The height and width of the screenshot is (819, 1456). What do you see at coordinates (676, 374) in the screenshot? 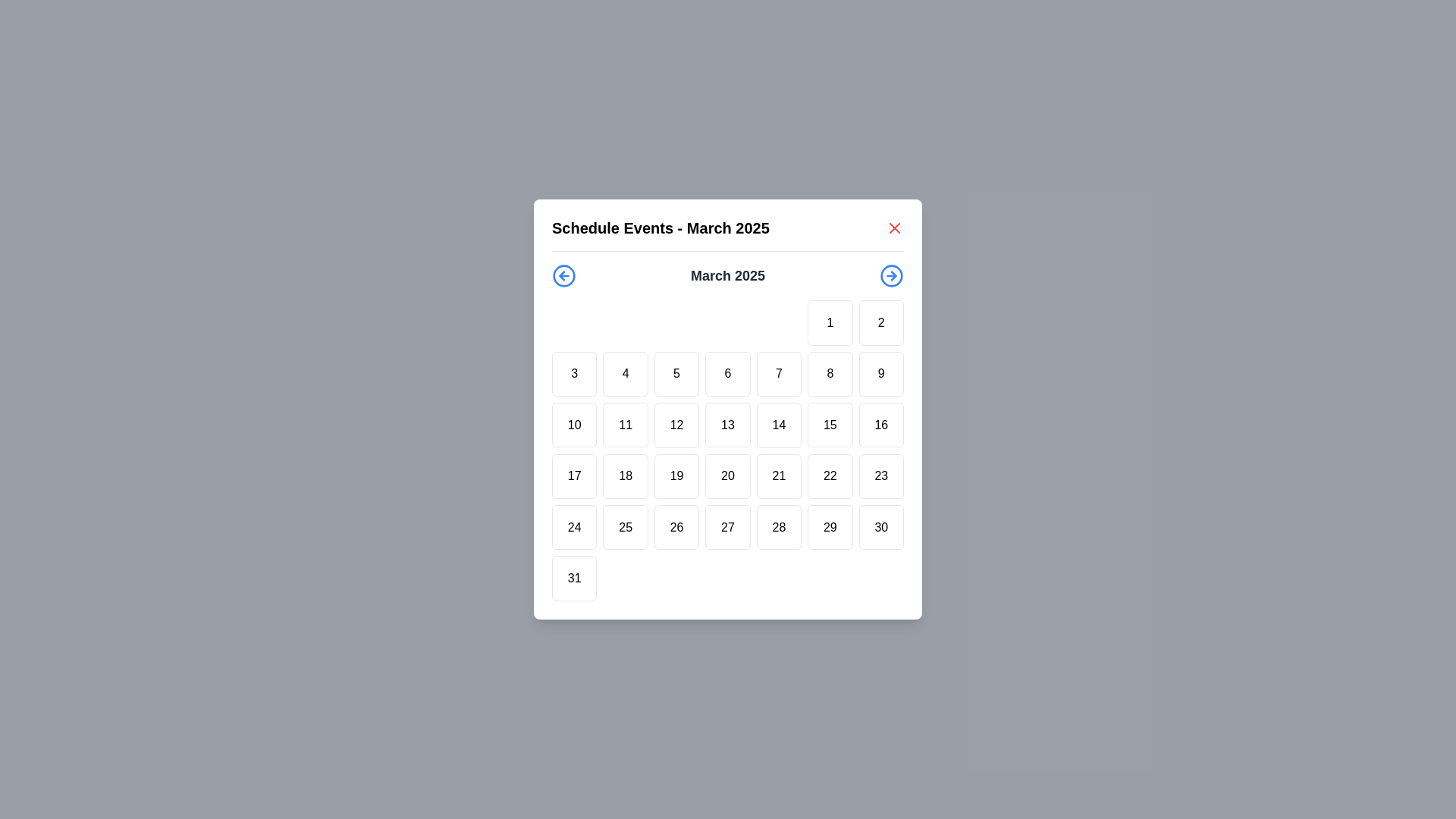
I see `the square button with a rounded border labeled '5' in the calendar widget` at bounding box center [676, 374].